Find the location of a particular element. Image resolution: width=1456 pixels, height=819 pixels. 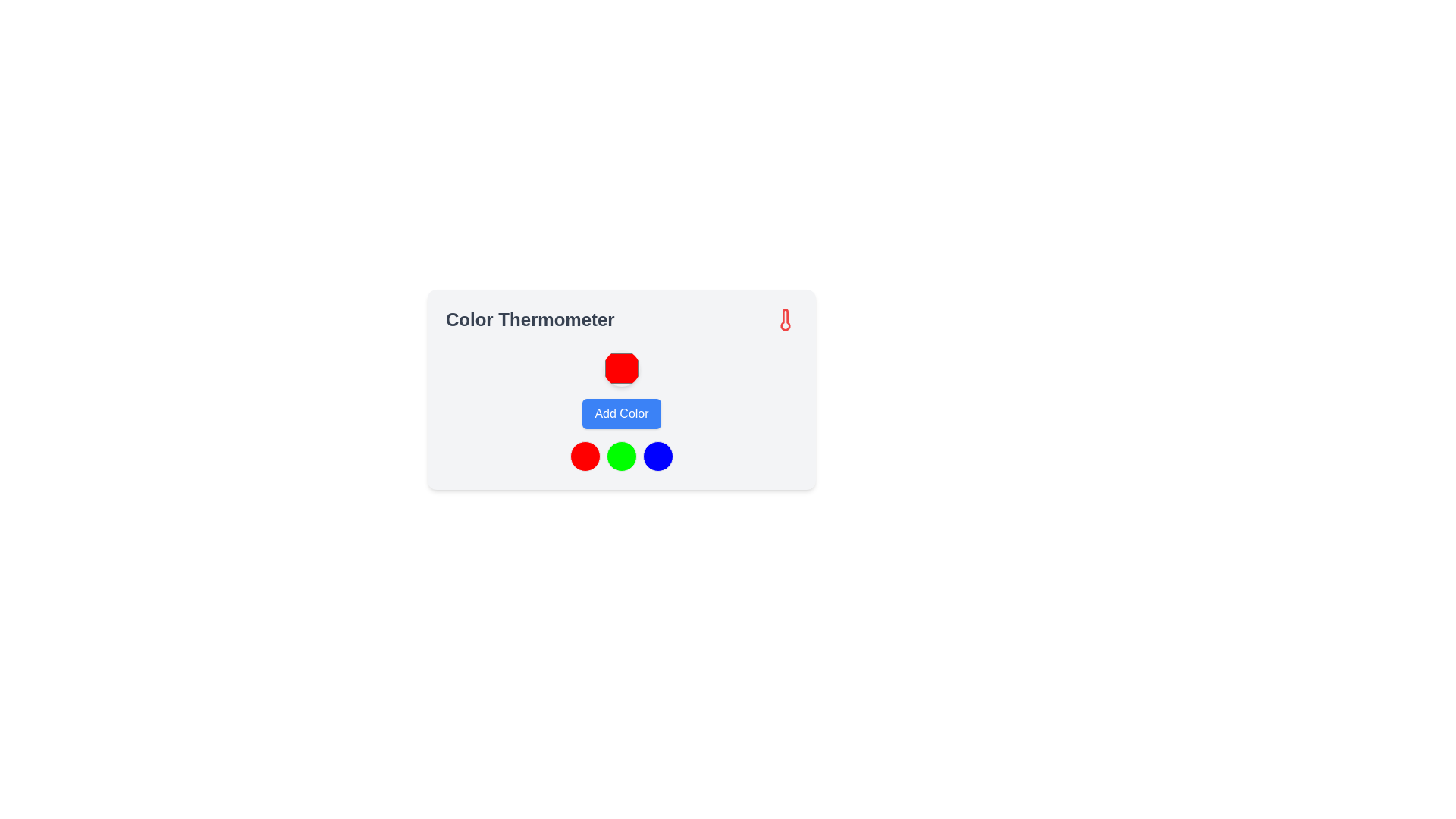

the blue button labeled 'Add Color' located in the 'Color Thermometer' panel, positioned centrally below a red octagonal icon and above three circular colored indicators is located at coordinates (644, 405).